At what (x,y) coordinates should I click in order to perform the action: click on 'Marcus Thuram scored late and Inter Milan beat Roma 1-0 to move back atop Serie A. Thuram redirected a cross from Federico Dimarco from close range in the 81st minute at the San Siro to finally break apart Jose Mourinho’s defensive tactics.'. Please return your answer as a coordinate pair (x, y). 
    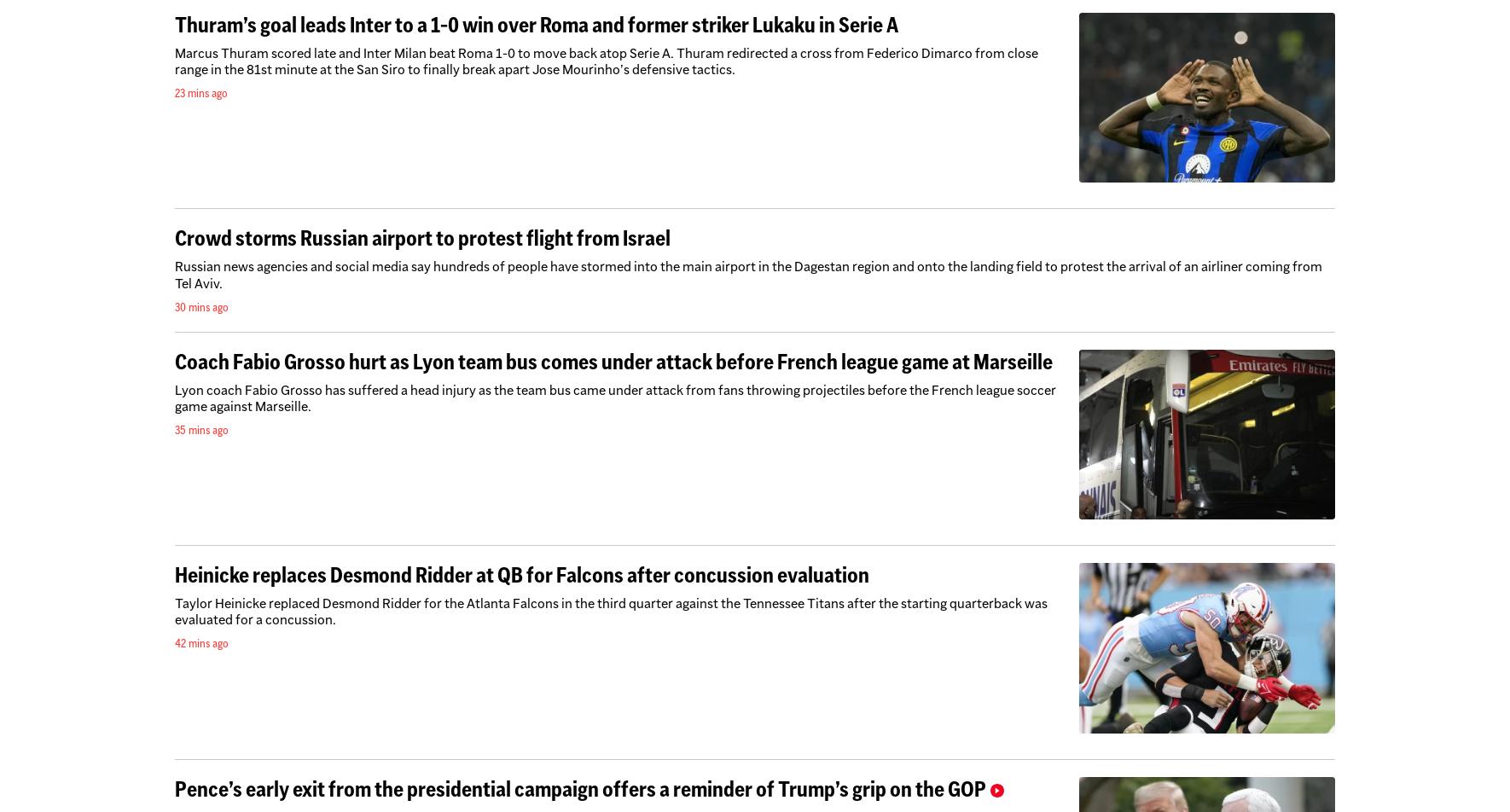
    Looking at the image, I should click on (606, 61).